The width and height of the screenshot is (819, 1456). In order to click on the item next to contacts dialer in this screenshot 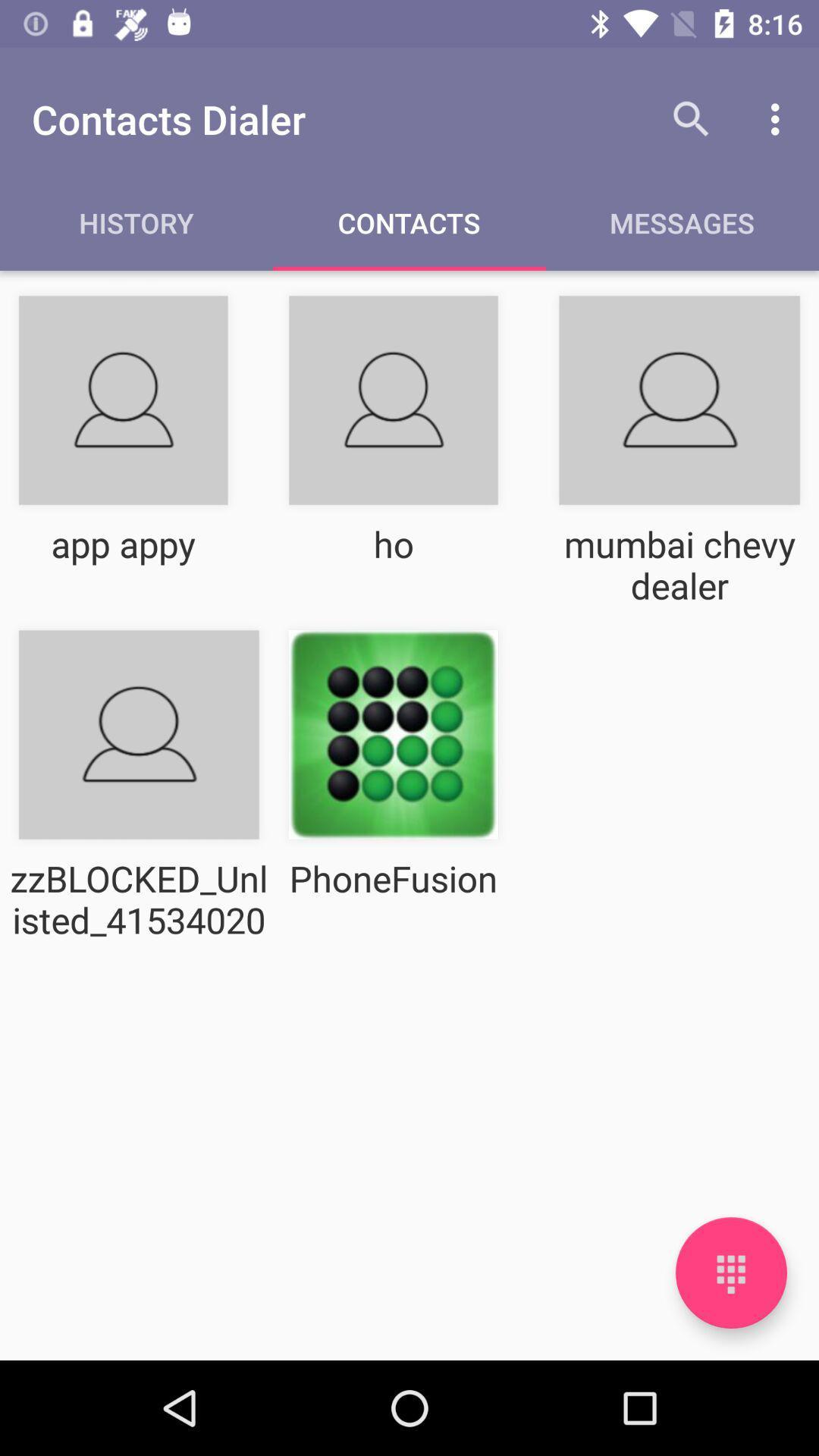, I will do `click(691, 118)`.